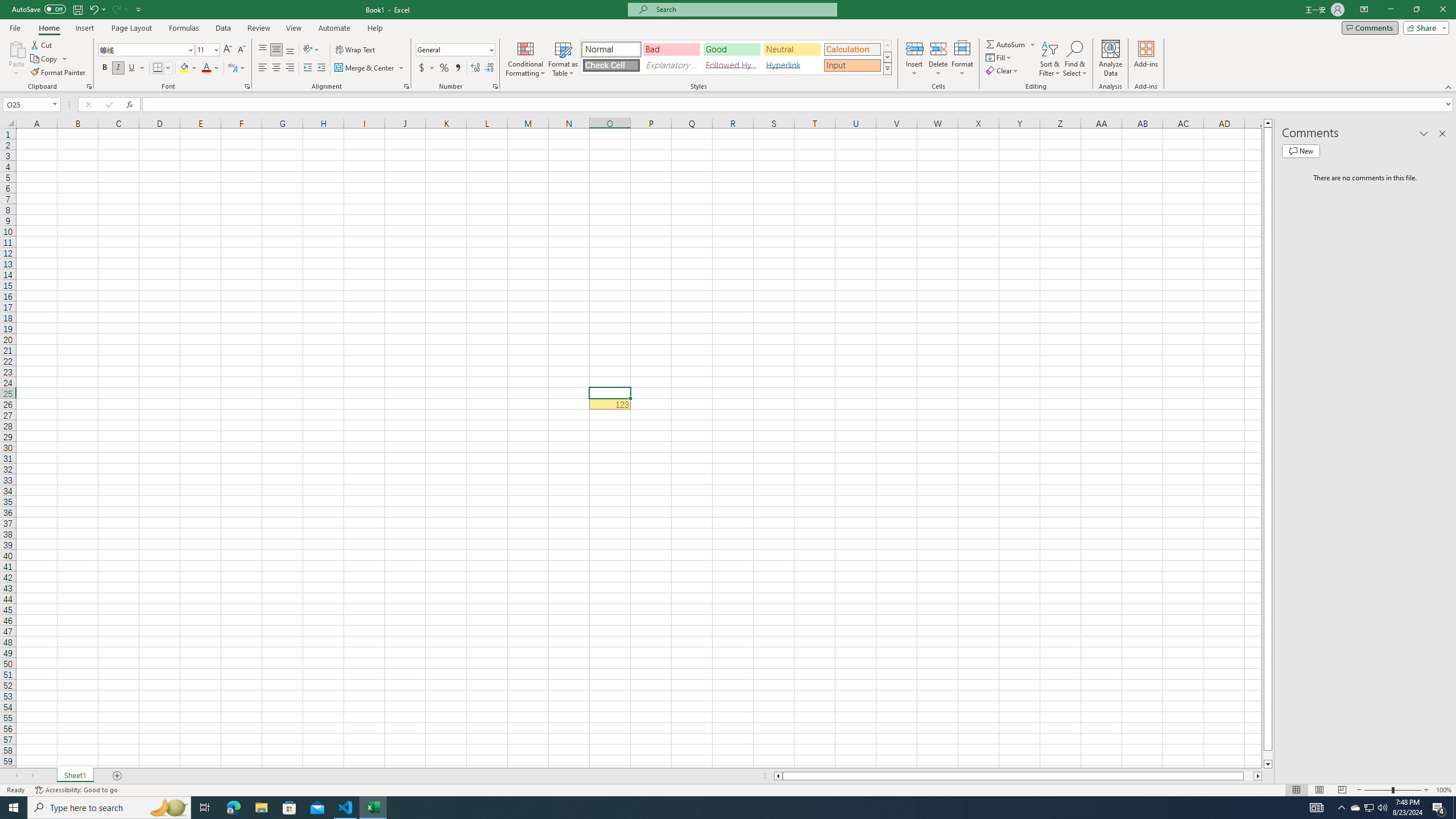 Image resolution: width=1456 pixels, height=819 pixels. Describe the element at coordinates (236, 67) in the screenshot. I see `'Show Phonetic Field'` at that location.